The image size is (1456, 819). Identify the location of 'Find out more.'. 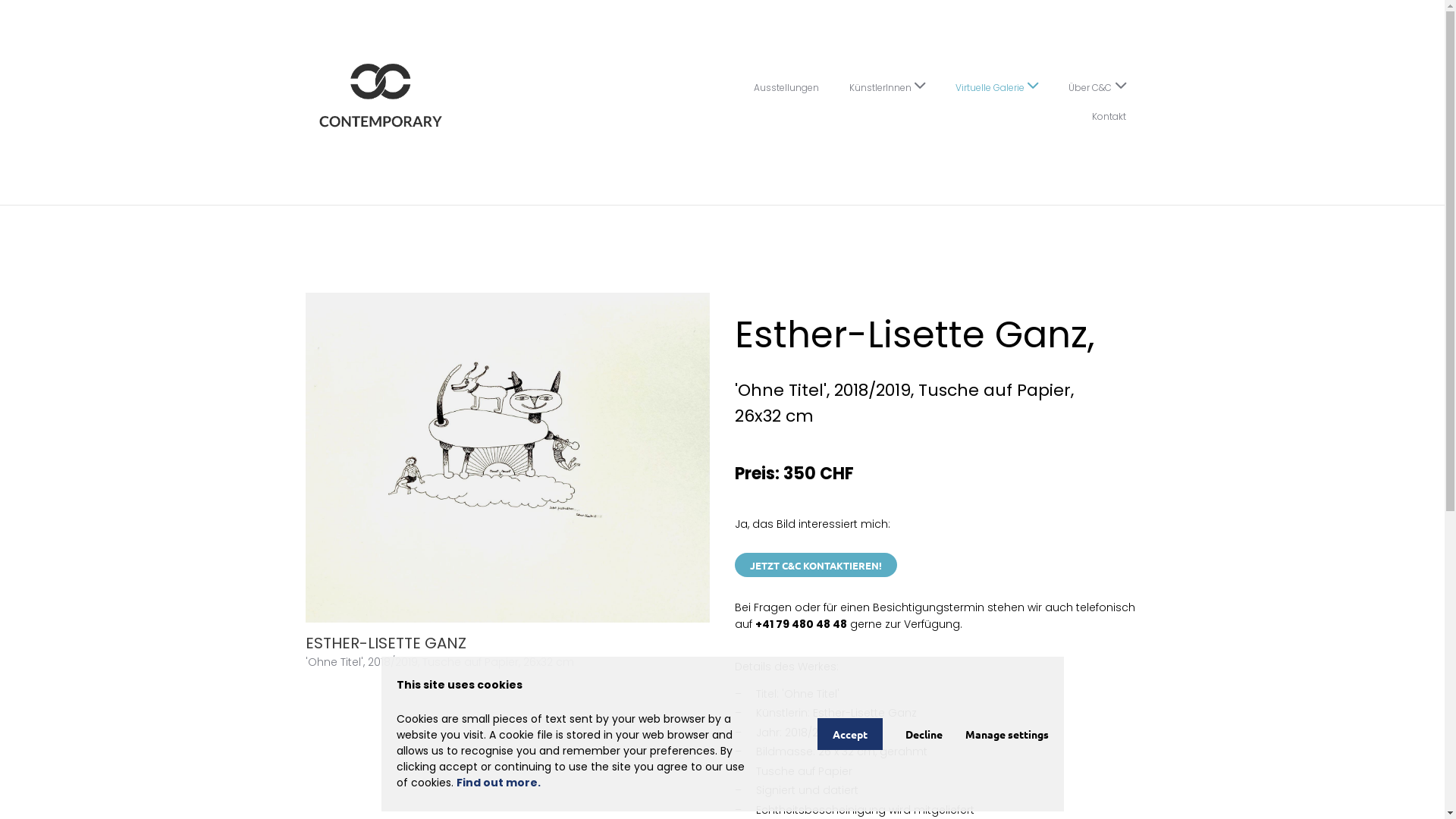
(498, 783).